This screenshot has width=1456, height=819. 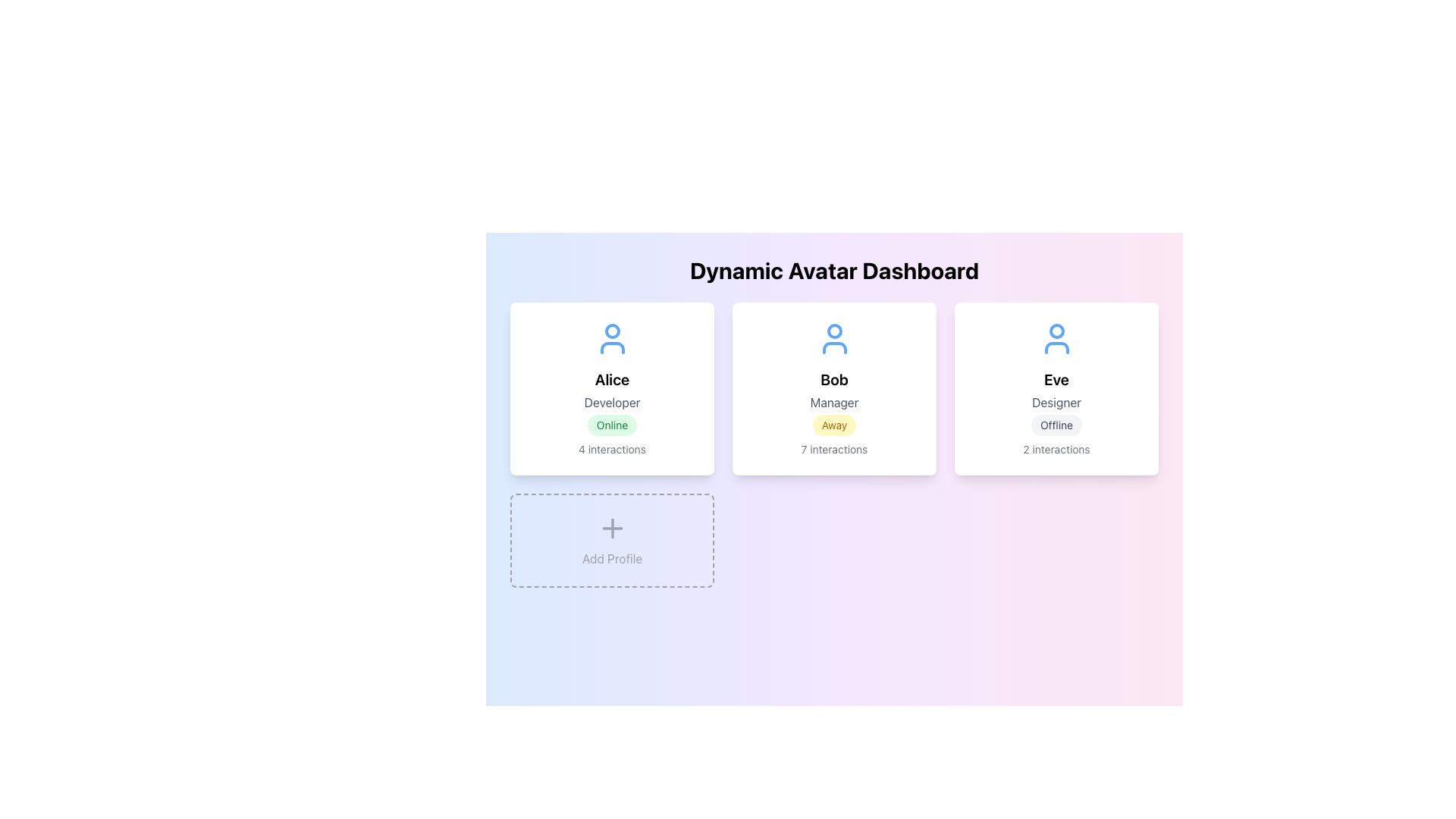 What do you see at coordinates (833, 425) in the screenshot?
I see `status displayed on the 'Away' badge, which has a yellow background and is located in the middle card for 'Bob', below the 'Manager' label` at bounding box center [833, 425].